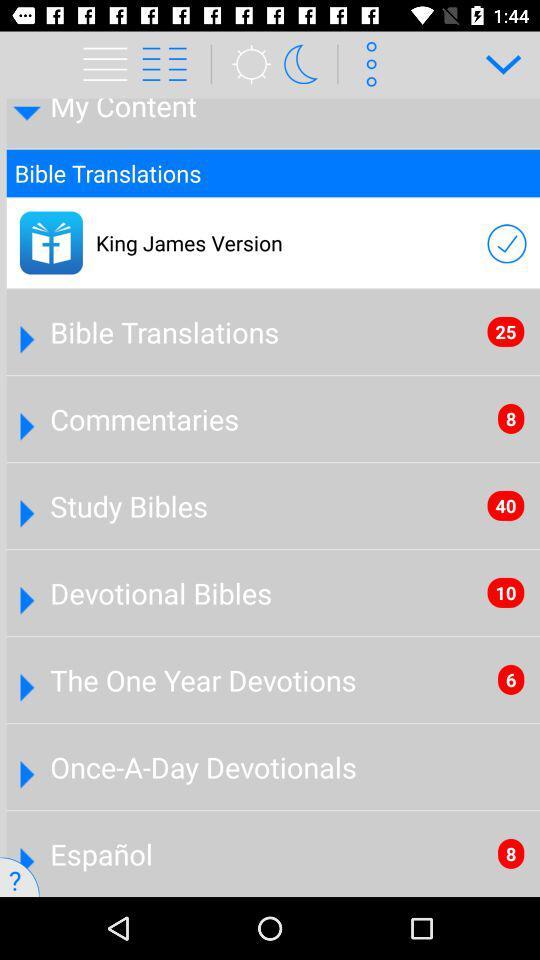 This screenshot has width=540, height=960. Describe the element at coordinates (245, 64) in the screenshot. I see `the weather icon` at that location.